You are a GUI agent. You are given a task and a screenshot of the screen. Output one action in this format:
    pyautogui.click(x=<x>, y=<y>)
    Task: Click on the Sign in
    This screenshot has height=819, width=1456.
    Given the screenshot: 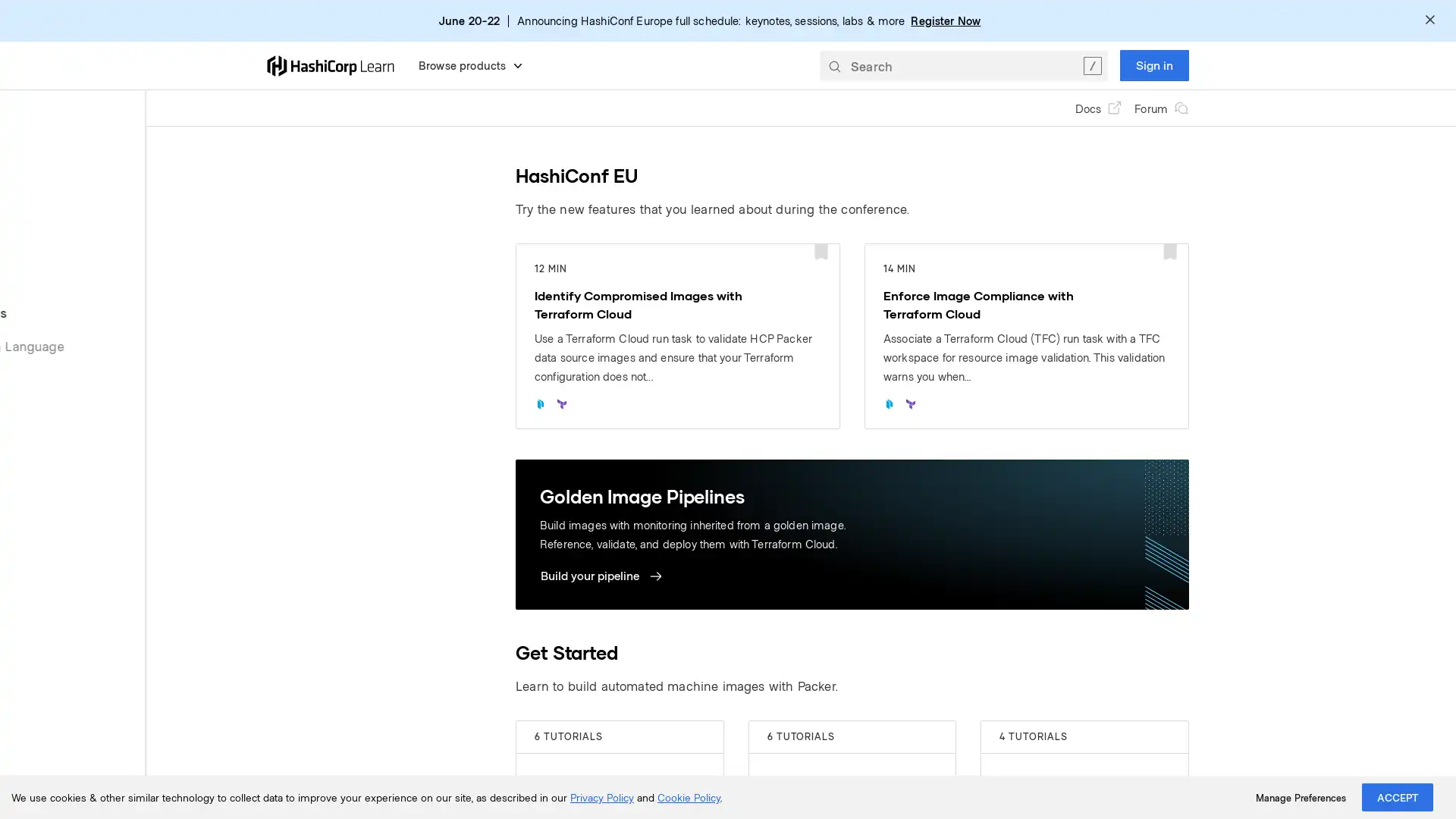 What is the action you would take?
    pyautogui.click(x=1153, y=64)
    